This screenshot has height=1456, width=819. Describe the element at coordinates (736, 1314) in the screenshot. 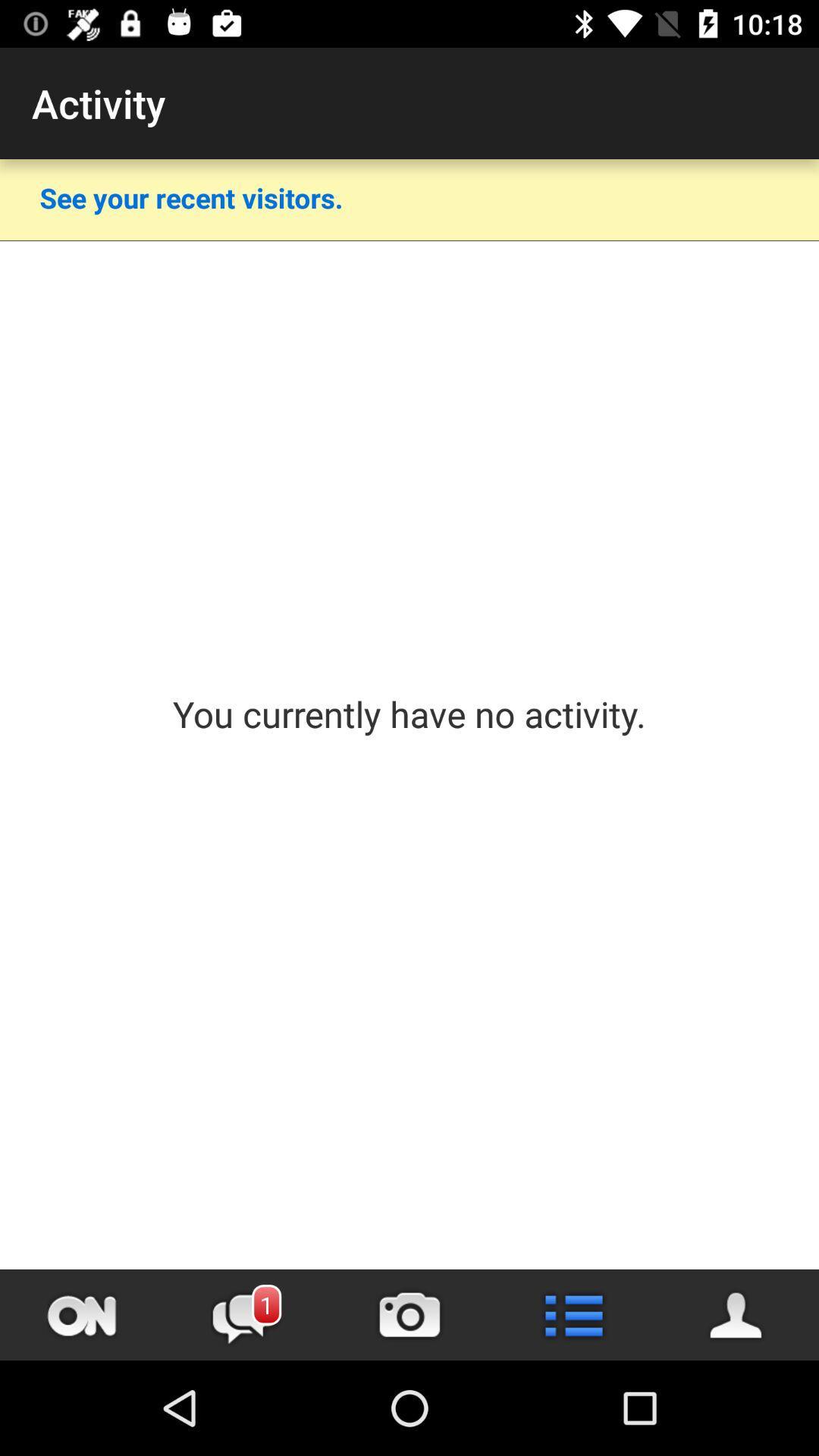

I see `profile` at that location.